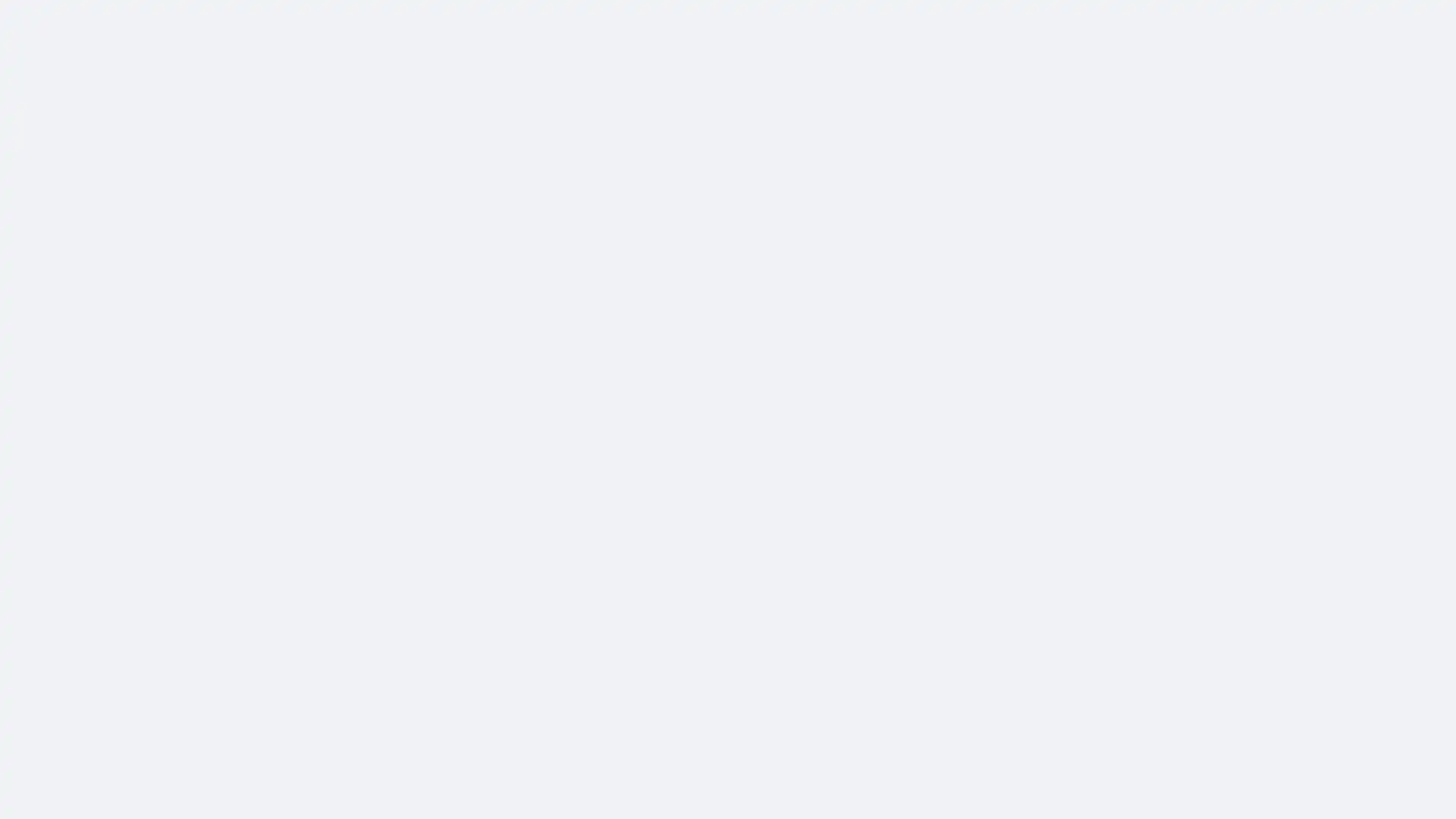 The height and width of the screenshot is (819, 1456). Describe the element at coordinates (548, 353) in the screenshot. I see `See more` at that location.